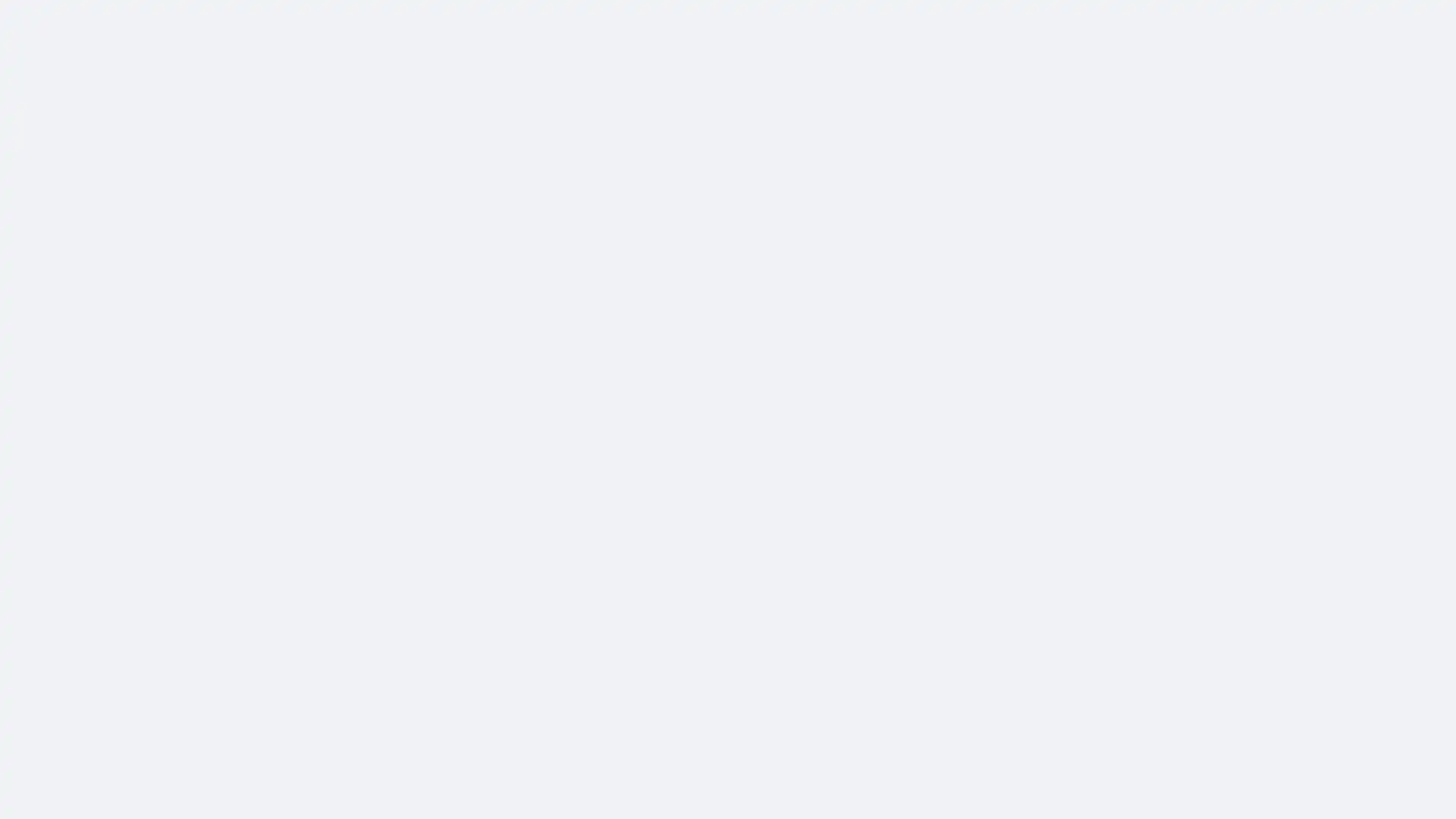 The height and width of the screenshot is (819, 1456). Describe the element at coordinates (548, 353) in the screenshot. I see `See more` at that location.